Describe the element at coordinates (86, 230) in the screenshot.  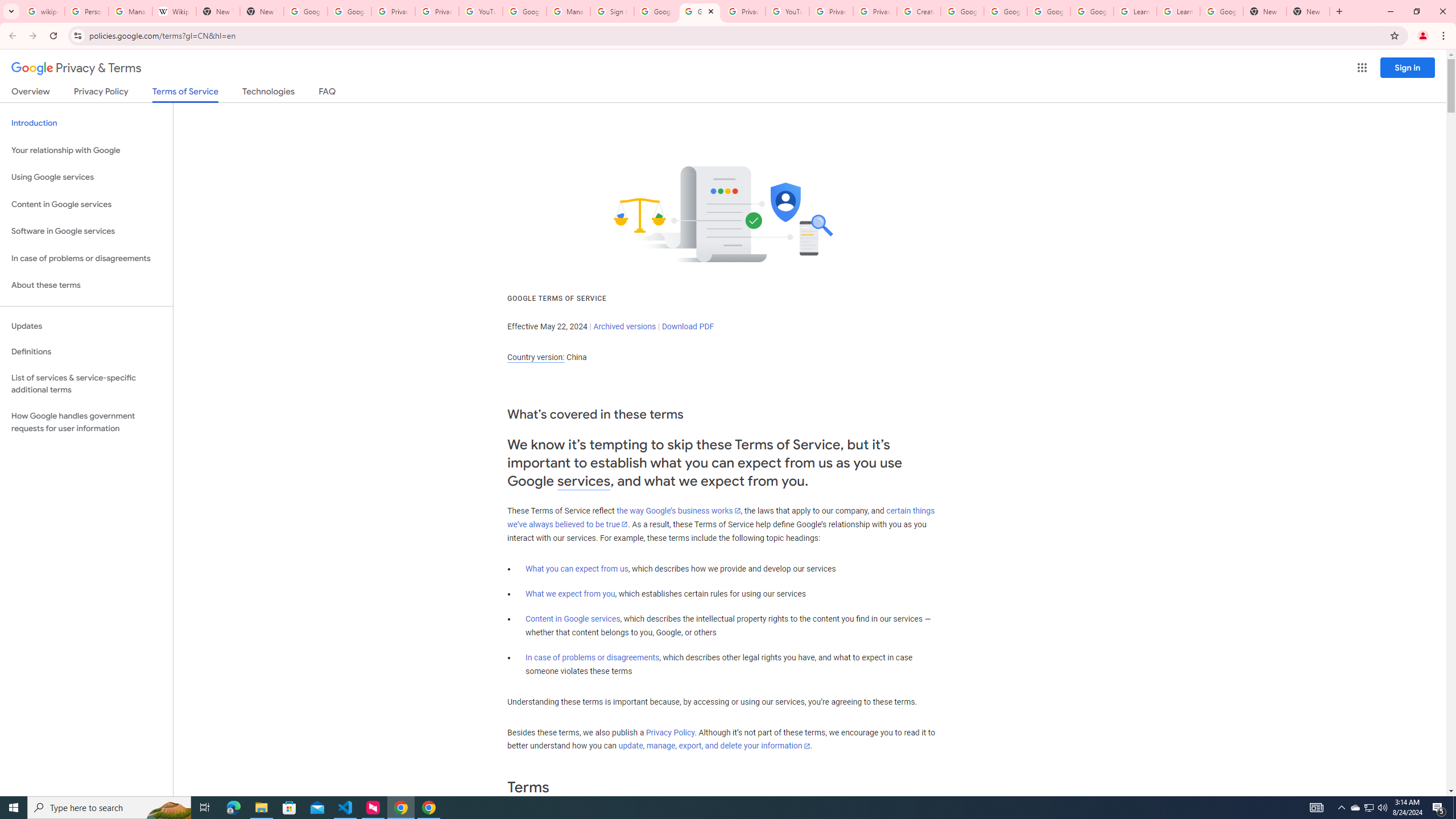
I see `'Software in Google services'` at that location.